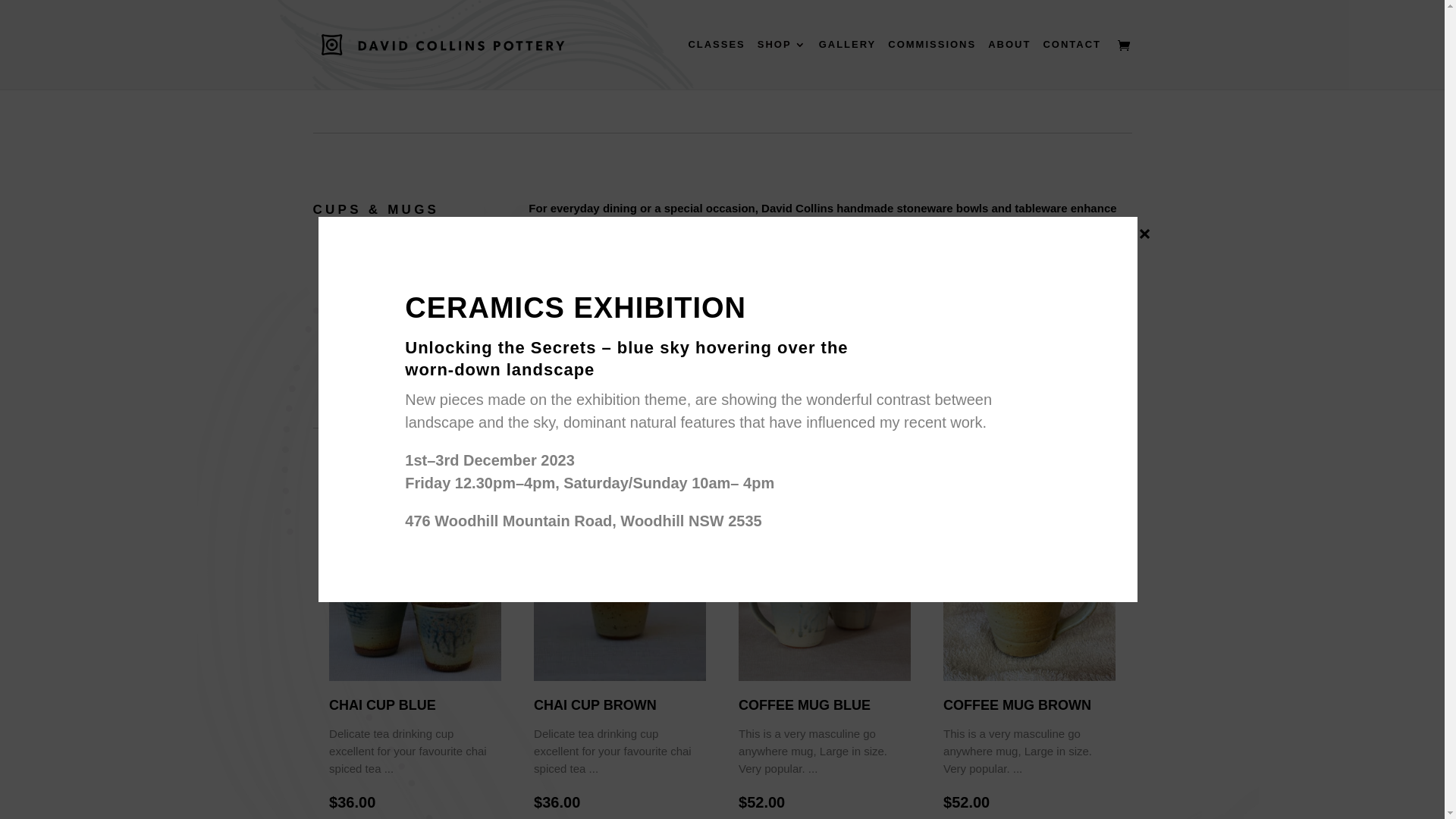  What do you see at coordinates (1009, 63) in the screenshot?
I see `'ABOUT'` at bounding box center [1009, 63].